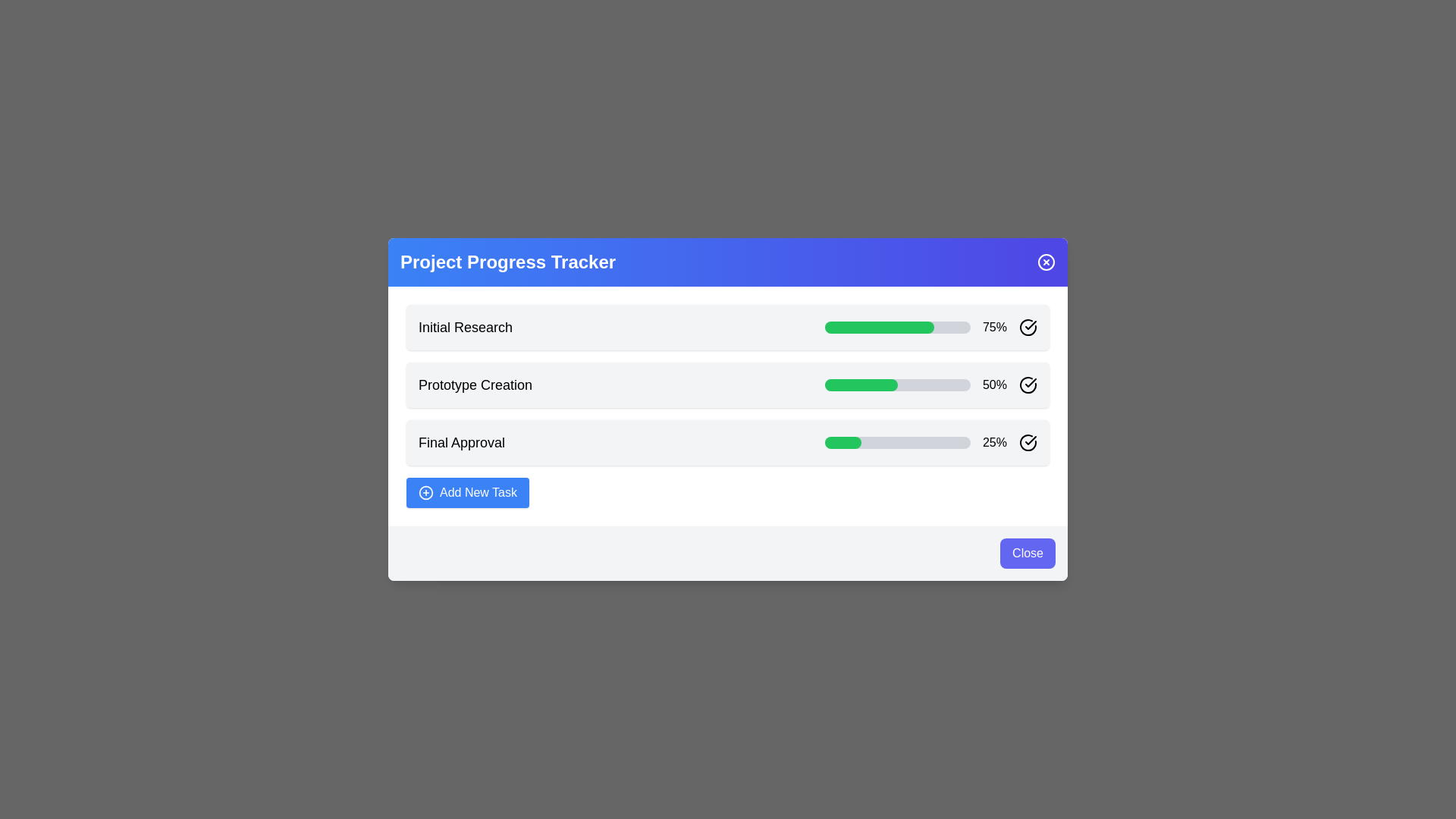 This screenshot has width=1456, height=819. What do you see at coordinates (425, 493) in the screenshot?
I see `the decorative icon on the left side of the 'Add New Task' button located at the bottom left corner of the modal interface` at bounding box center [425, 493].